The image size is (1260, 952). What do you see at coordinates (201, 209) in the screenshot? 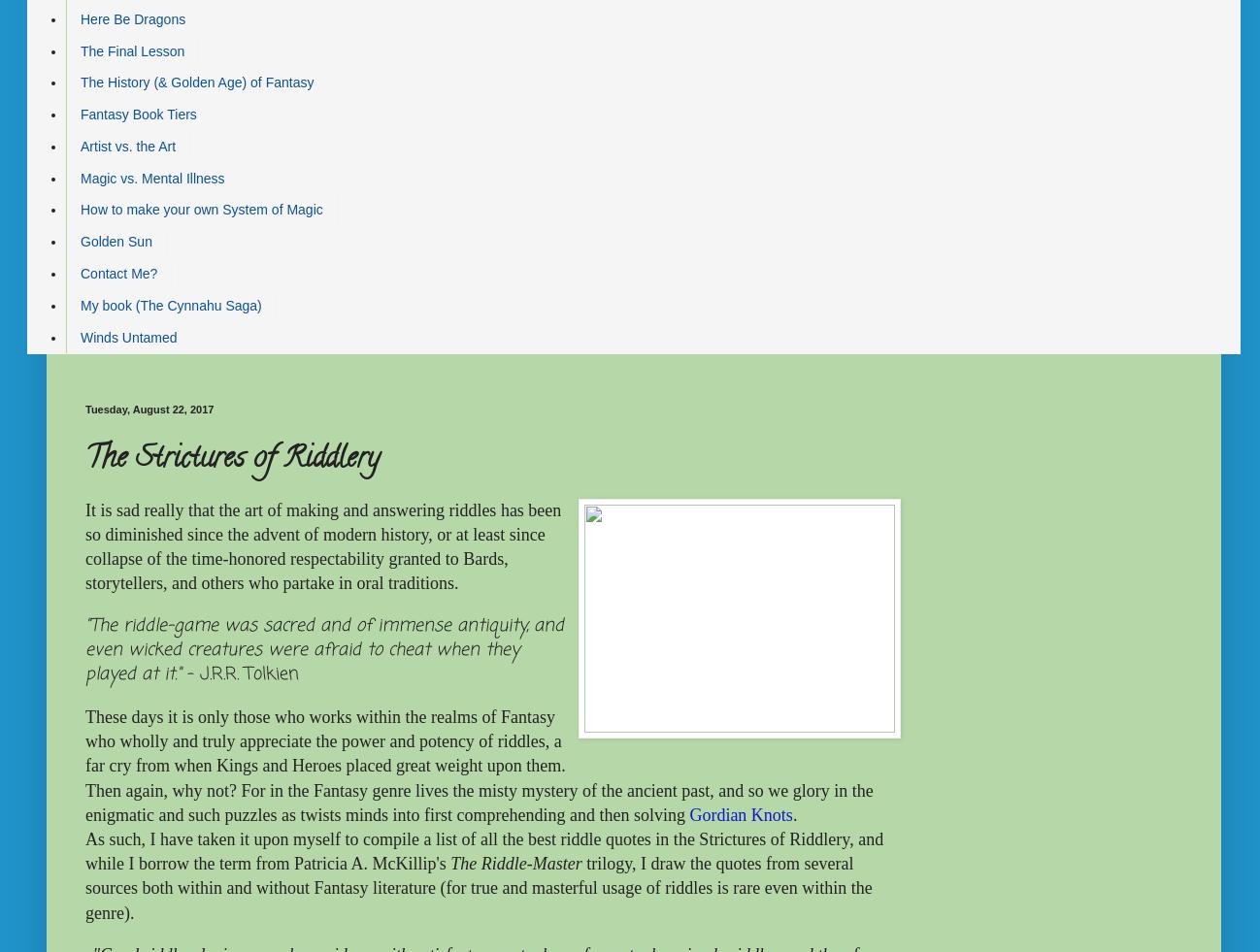
I see `'How to make your own System of Magic'` at bounding box center [201, 209].